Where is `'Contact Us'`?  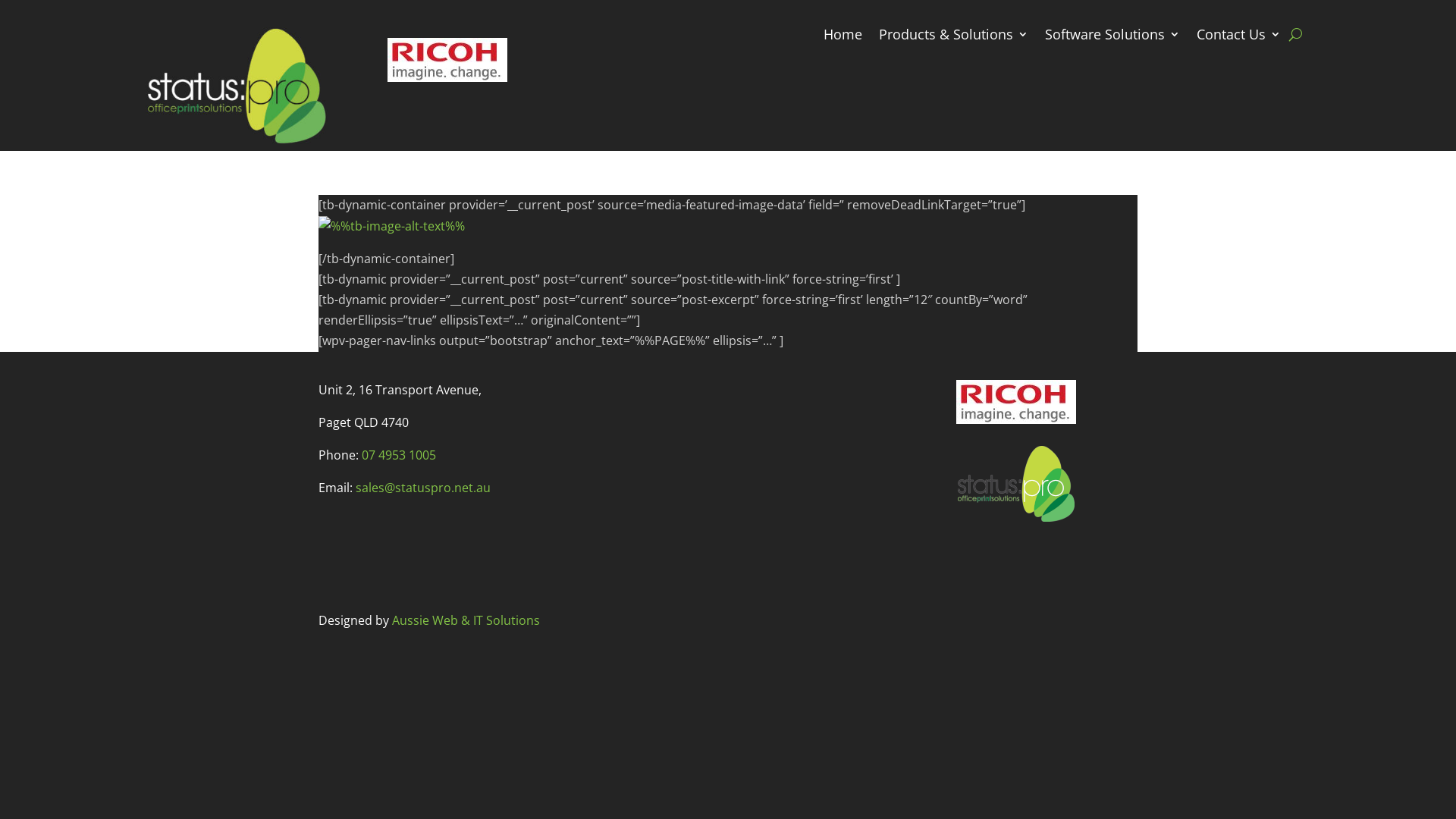
'Contact Us' is located at coordinates (1238, 36).